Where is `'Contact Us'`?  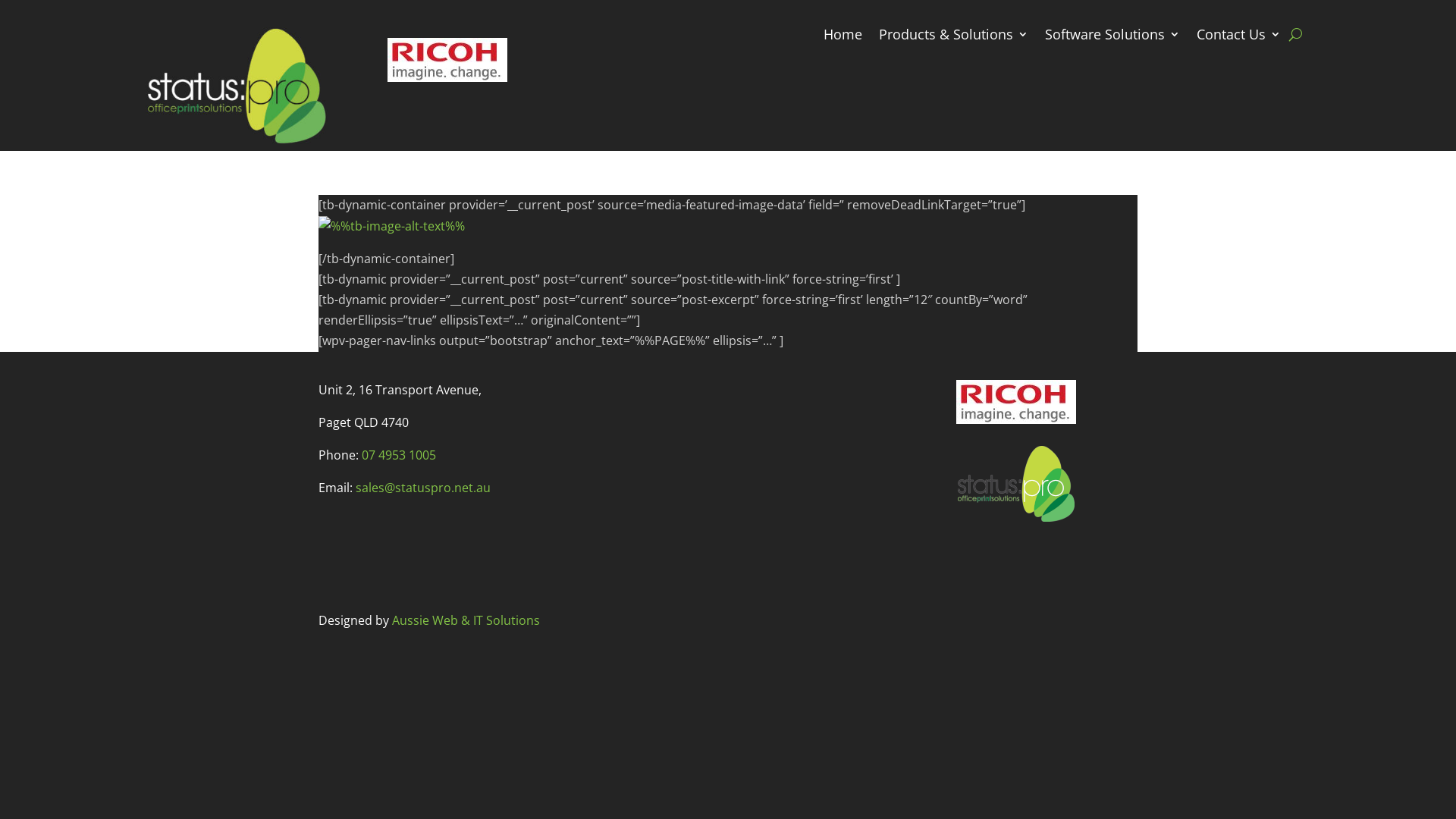
'Contact Us' is located at coordinates (1238, 36).